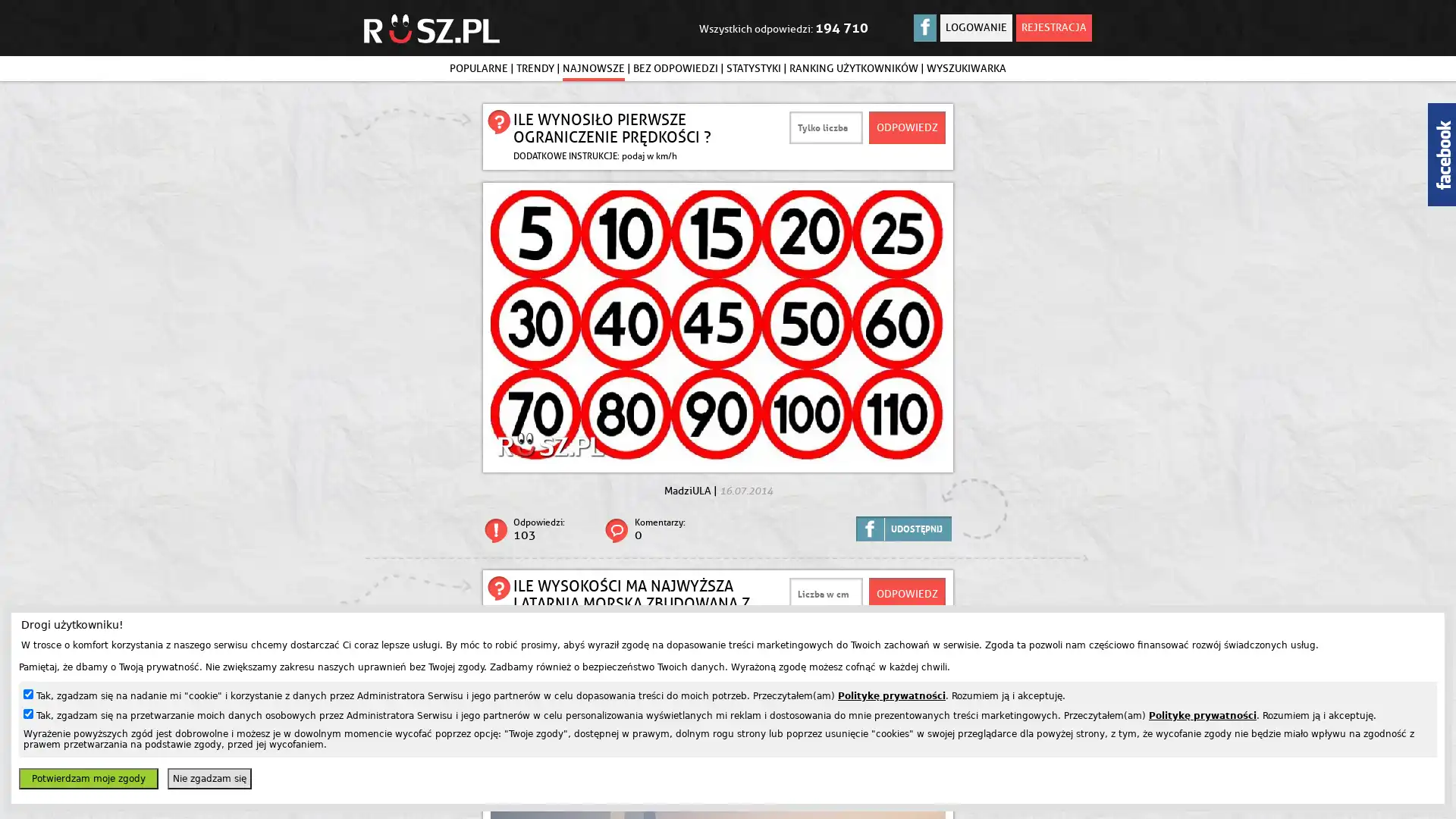 The image size is (1456, 819). Describe the element at coordinates (907, 593) in the screenshot. I see `Odpowiedz` at that location.